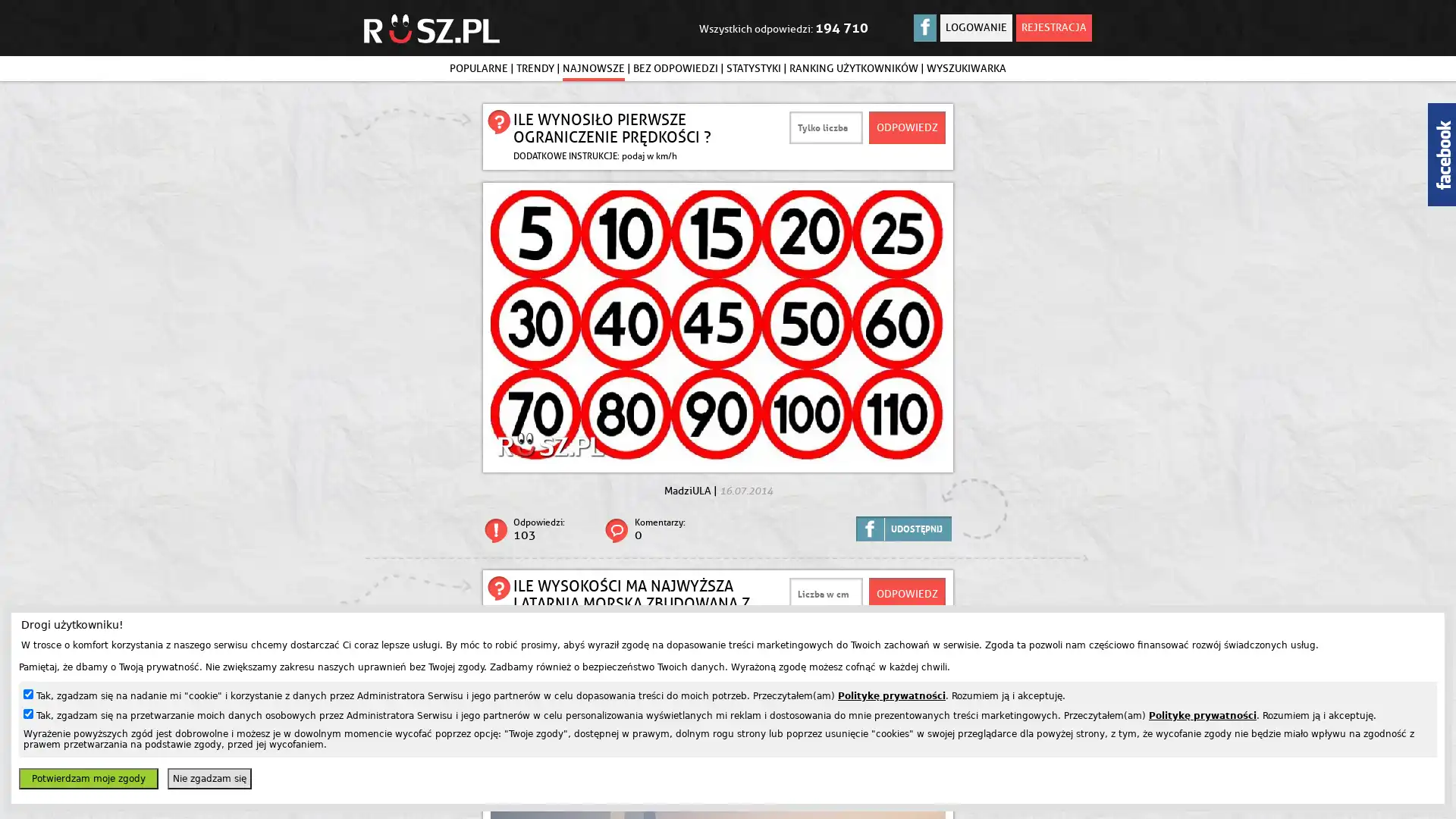 The image size is (1456, 819). Describe the element at coordinates (907, 593) in the screenshot. I see `Odpowiedz` at that location.